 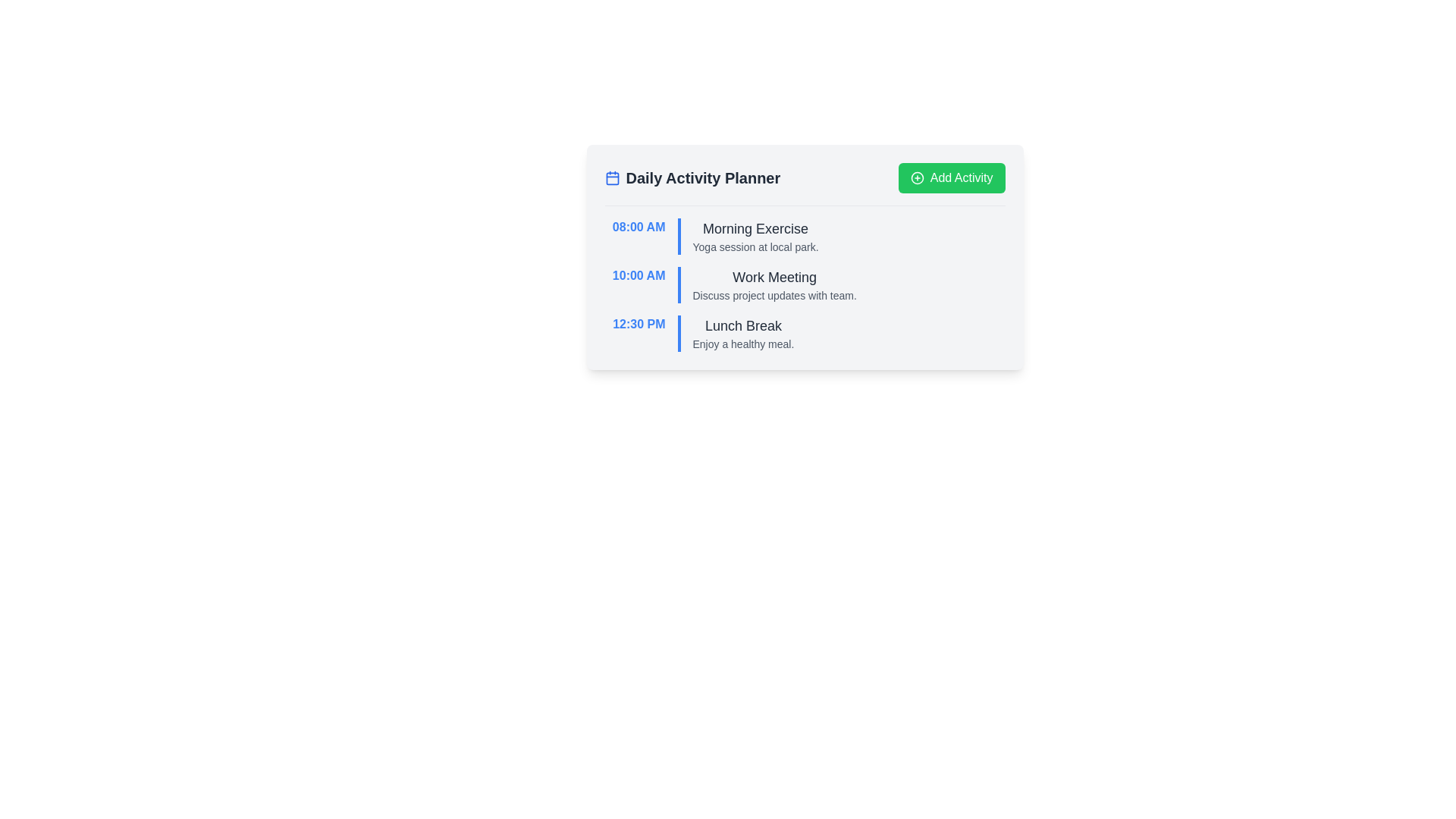 I want to click on the Text Content element titled 'Work Meeting' which describes 'Discuss project updates with team.' located in the Daily Activity Planner list, so click(x=767, y=284).